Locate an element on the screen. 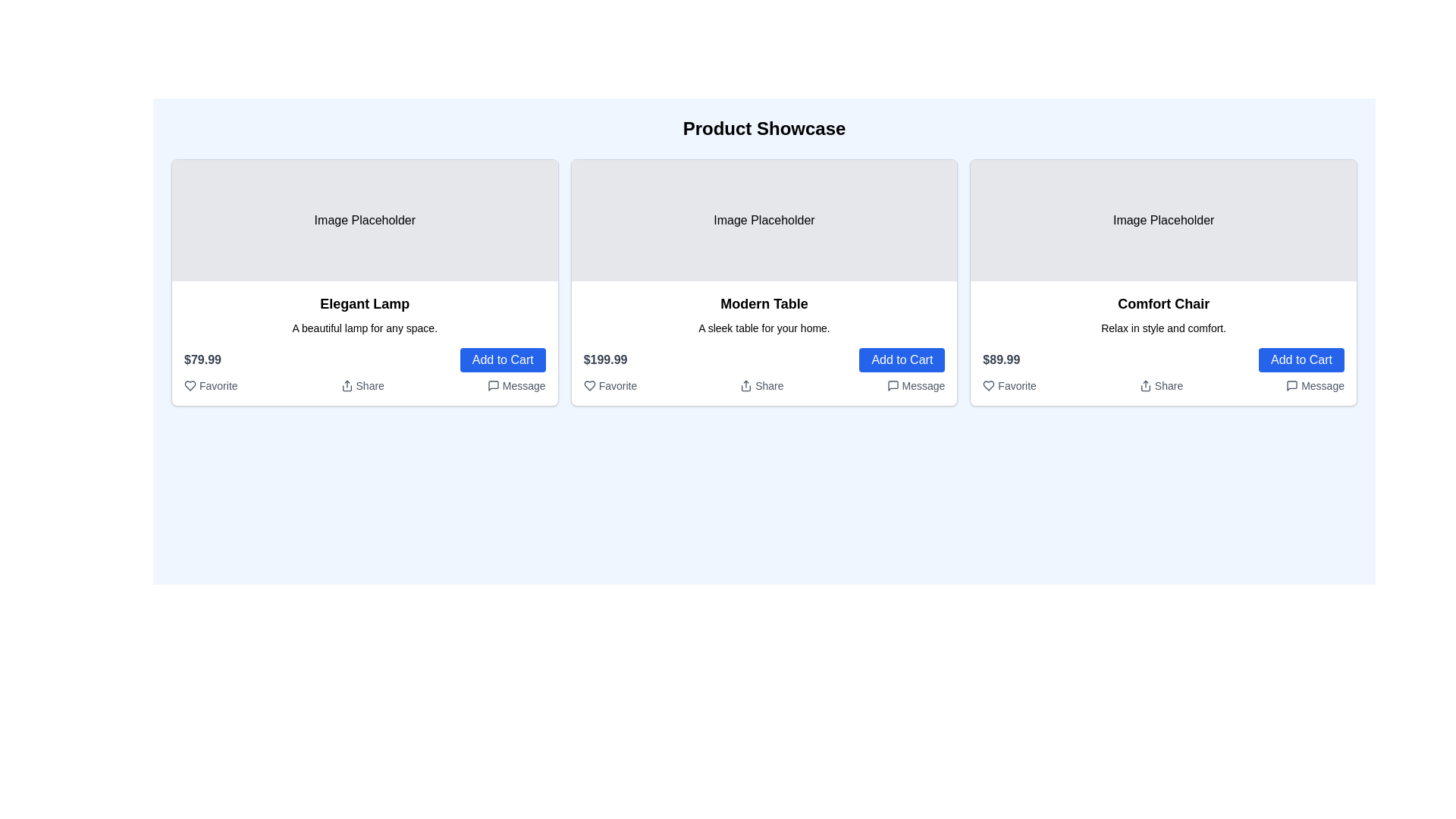  the 'Add to Cart' button for the product 'Elegant Lamp' located in the first column of the product card, positioned to the right of the '$79.99' price label is located at coordinates (503, 359).